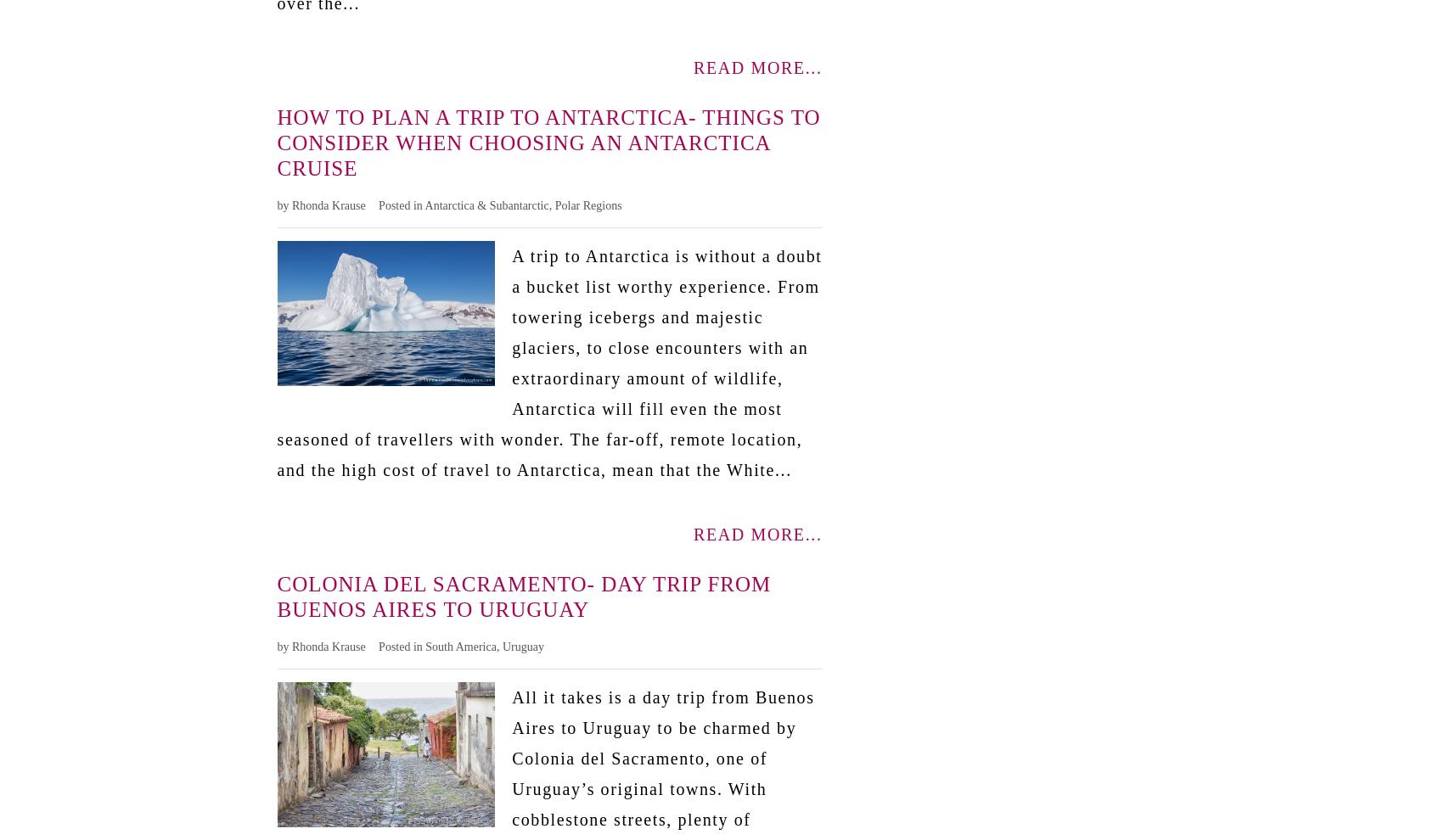 The height and width of the screenshot is (840, 1439). What do you see at coordinates (587, 204) in the screenshot?
I see `'Polar Regions'` at bounding box center [587, 204].